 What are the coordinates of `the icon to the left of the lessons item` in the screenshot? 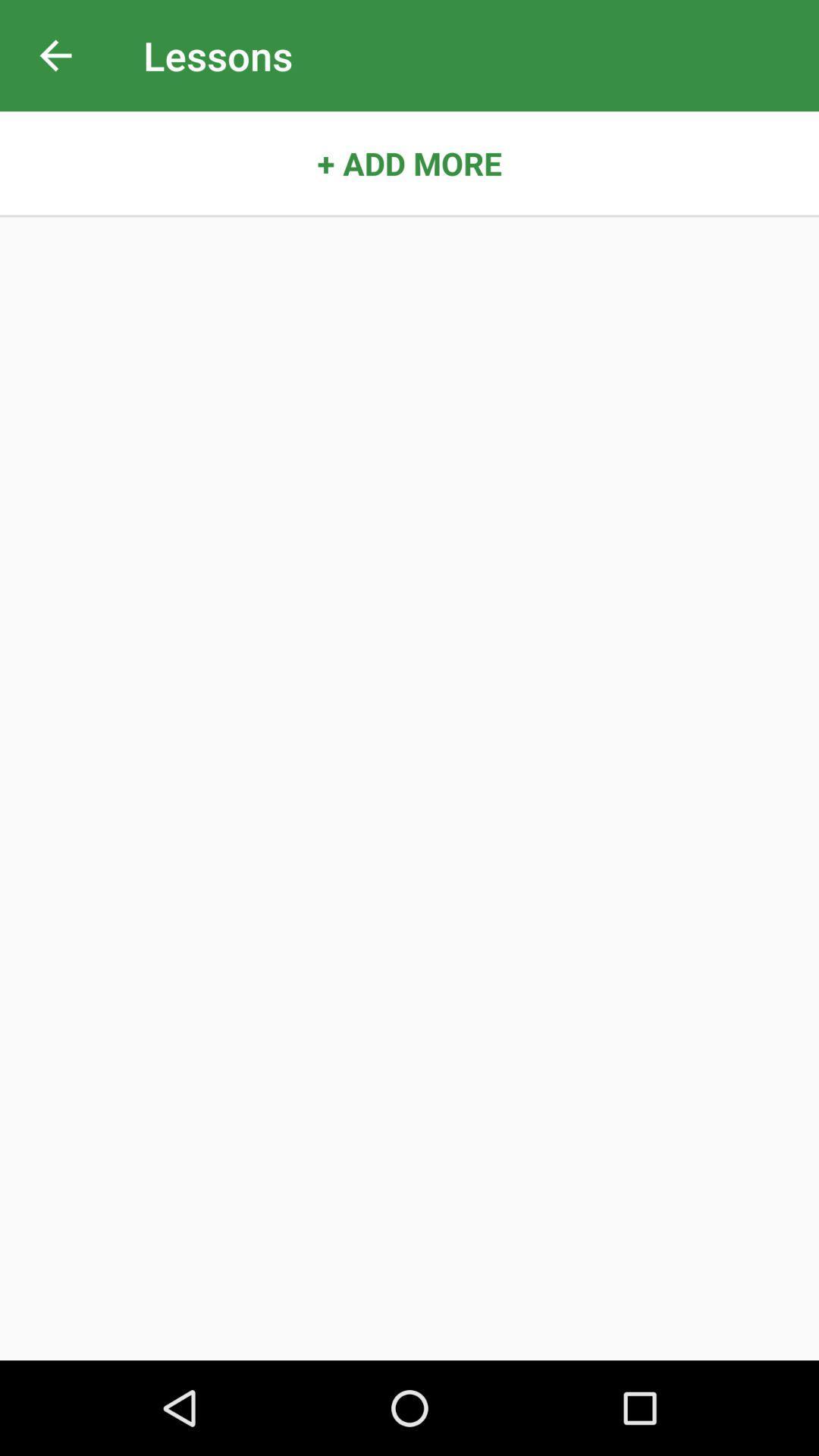 It's located at (55, 55).